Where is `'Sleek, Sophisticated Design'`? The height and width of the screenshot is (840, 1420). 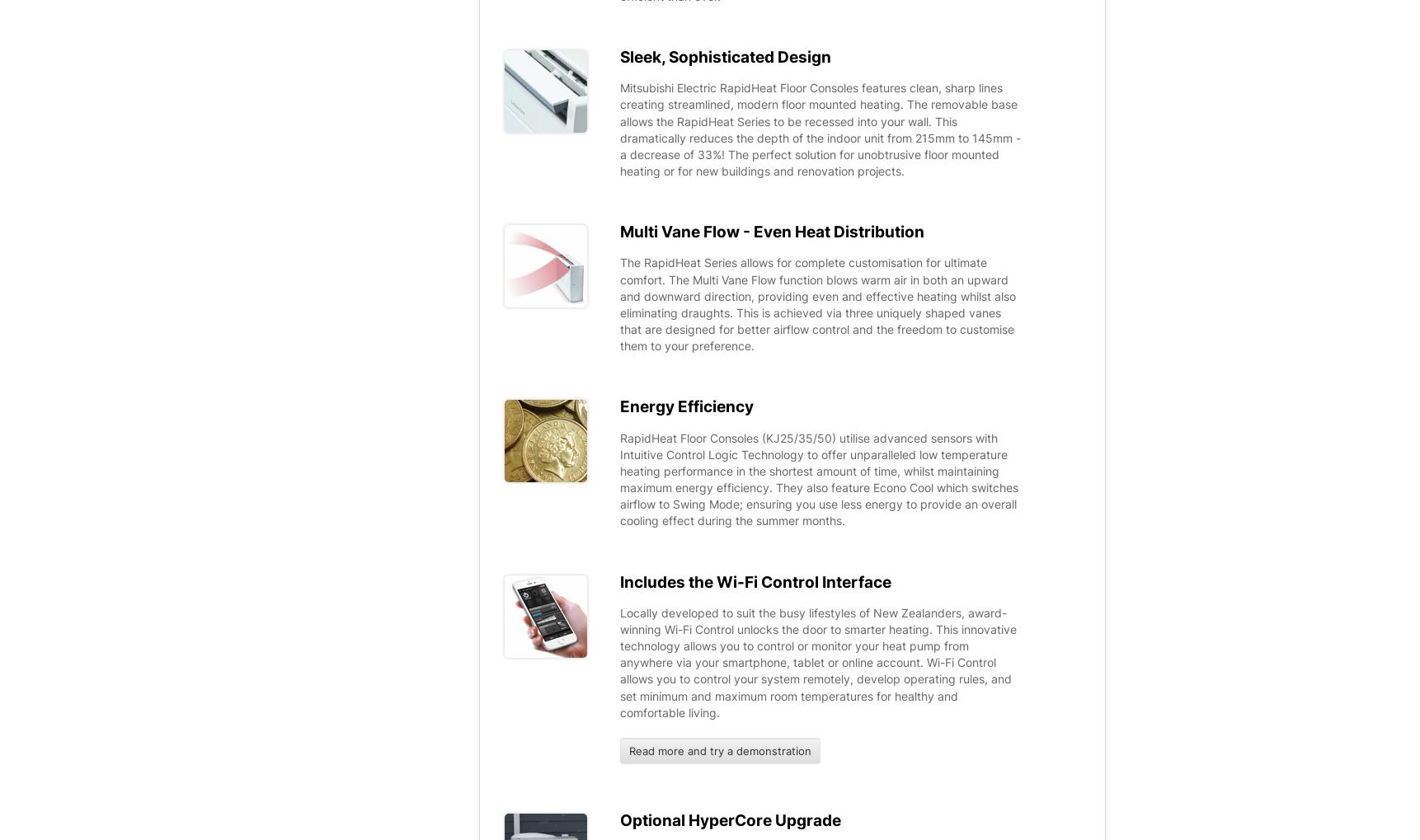 'Sleek, Sophisticated Design' is located at coordinates (725, 55).